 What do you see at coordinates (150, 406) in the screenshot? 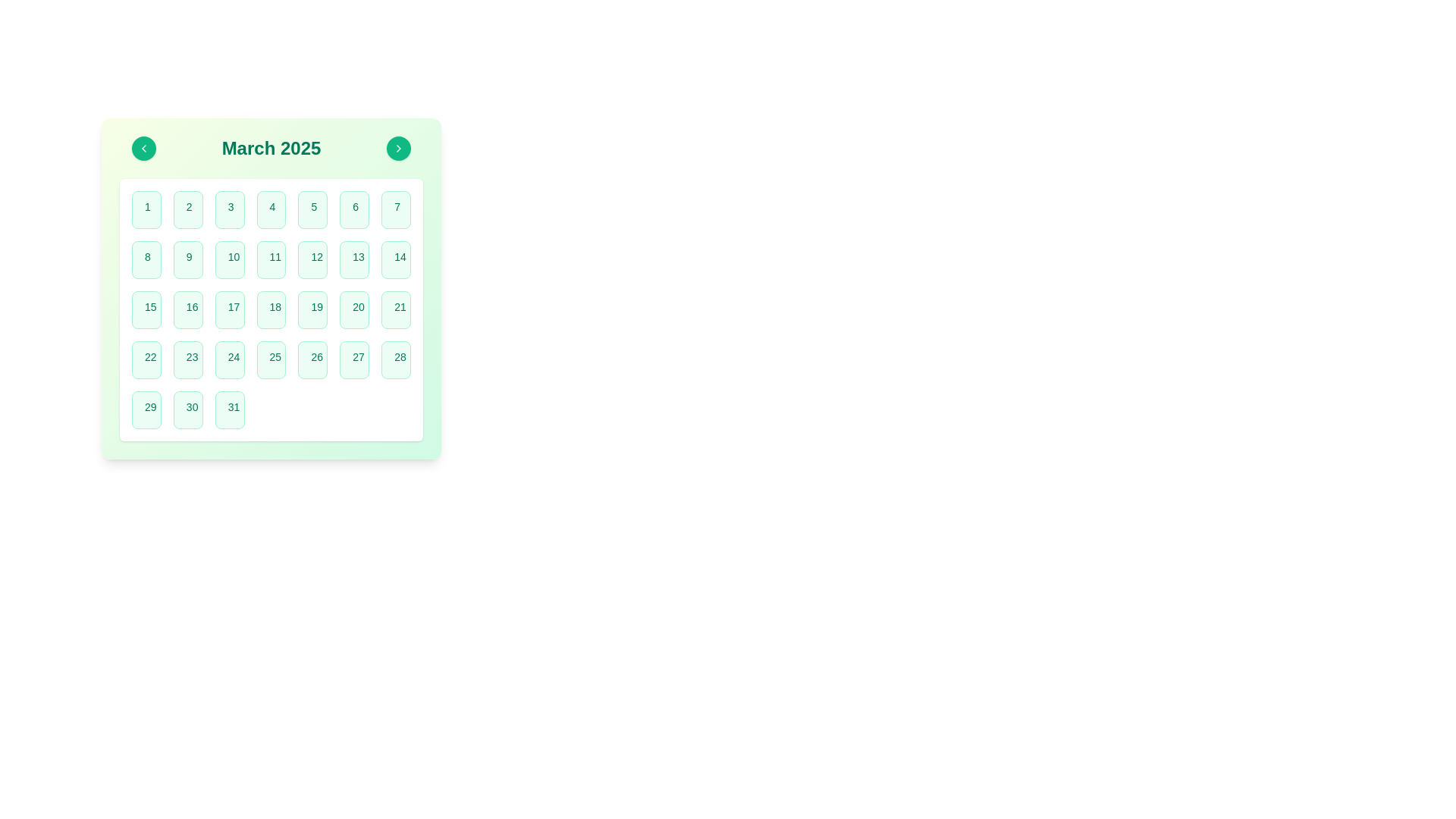
I see `the text label representing the date '29' in the calendar interface` at bounding box center [150, 406].